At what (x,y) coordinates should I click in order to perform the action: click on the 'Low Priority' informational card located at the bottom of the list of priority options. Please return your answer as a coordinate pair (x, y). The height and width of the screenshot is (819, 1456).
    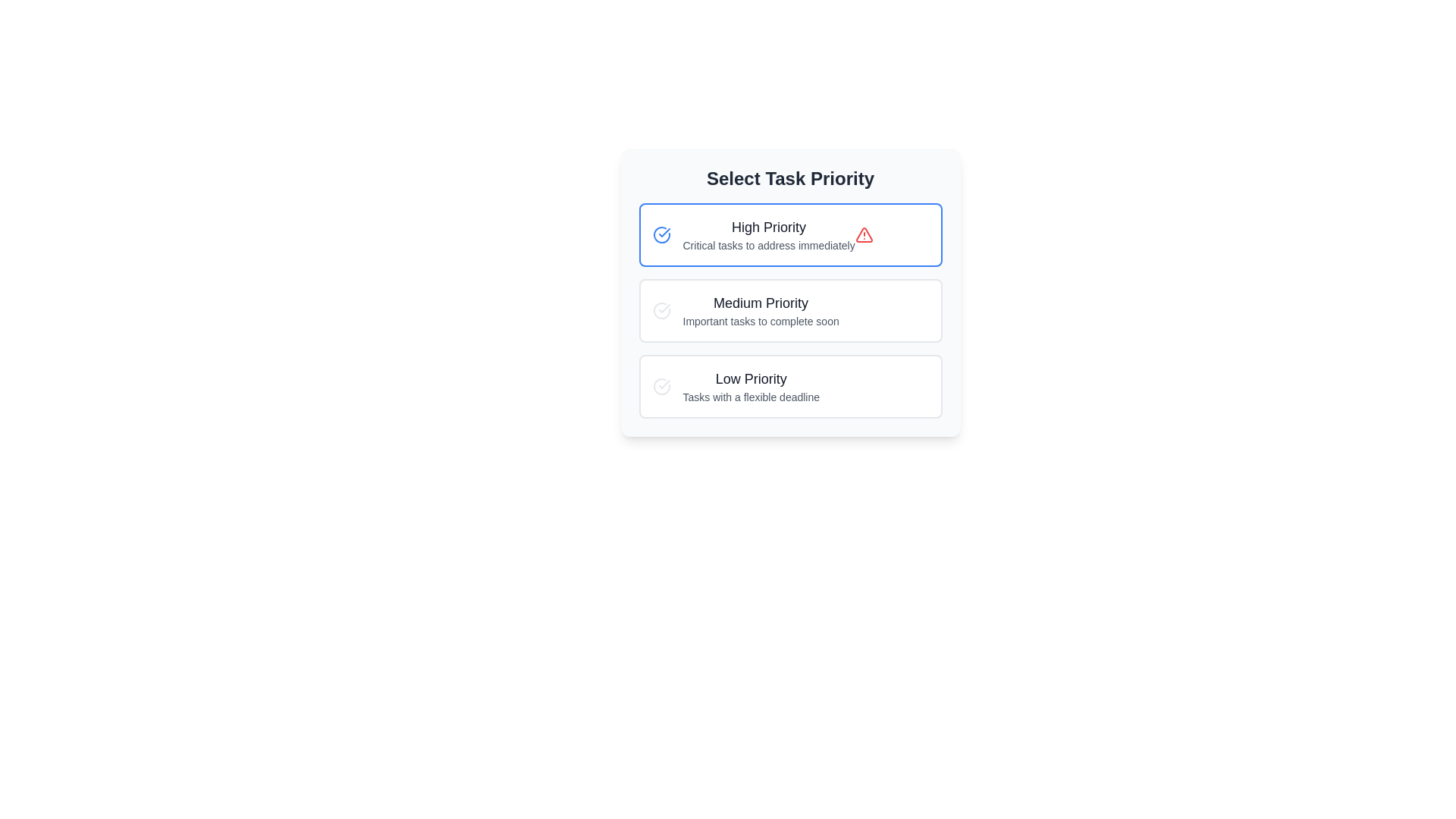
    Looking at the image, I should click on (789, 385).